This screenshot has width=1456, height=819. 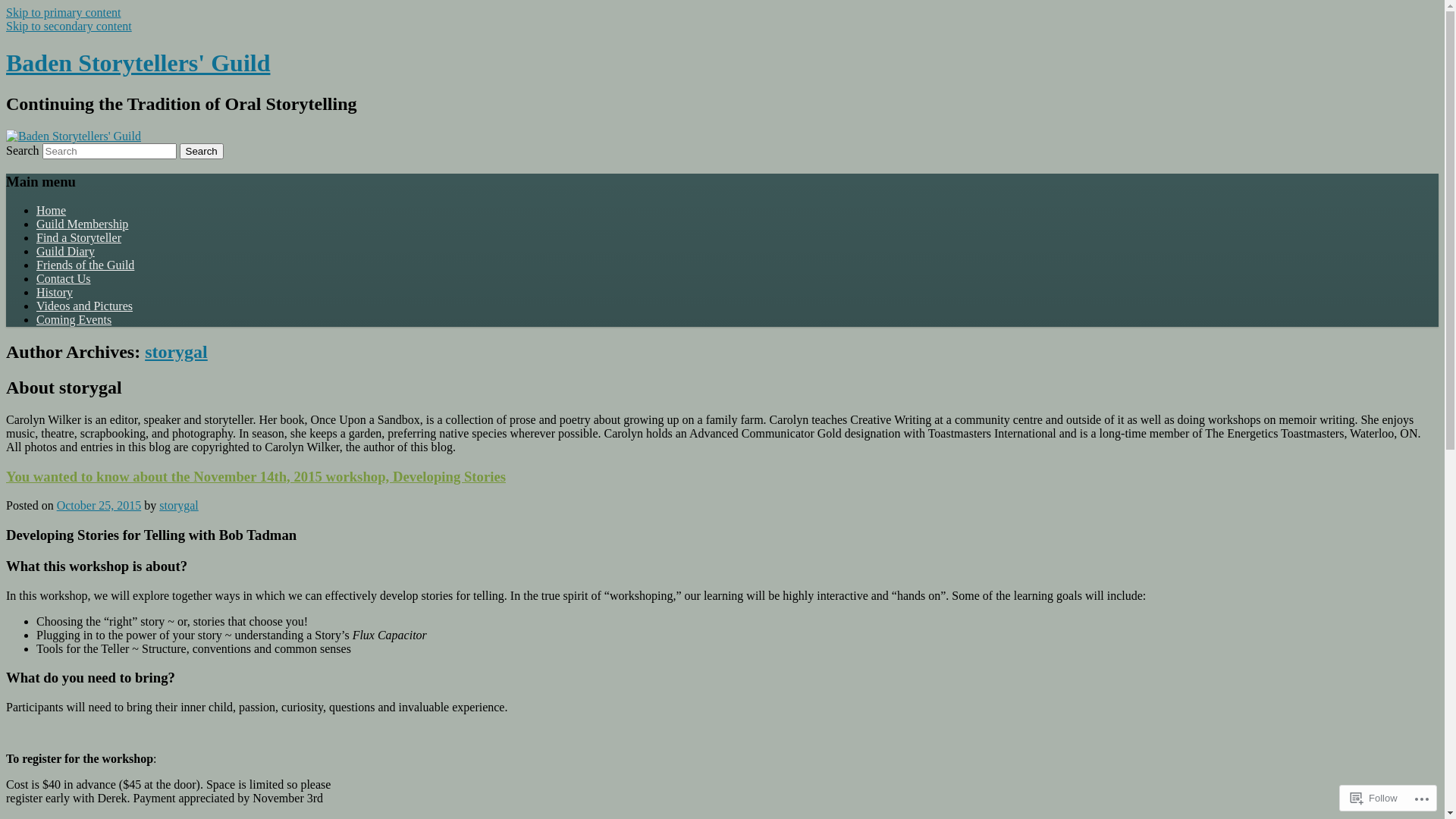 What do you see at coordinates (98, 505) in the screenshot?
I see `'October 25, 2015'` at bounding box center [98, 505].